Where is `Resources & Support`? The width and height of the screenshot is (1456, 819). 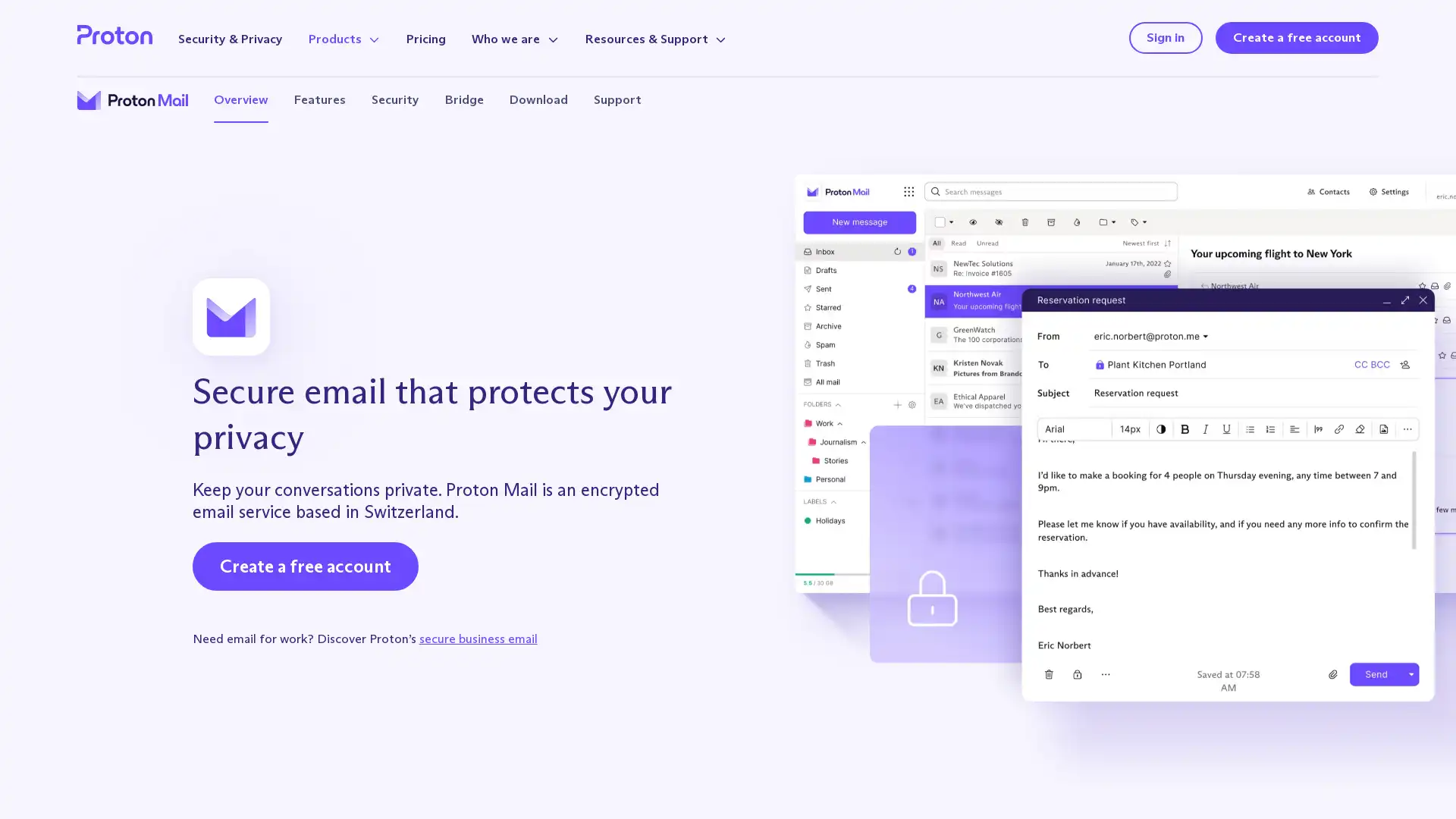
Resources & Support is located at coordinates (655, 38).